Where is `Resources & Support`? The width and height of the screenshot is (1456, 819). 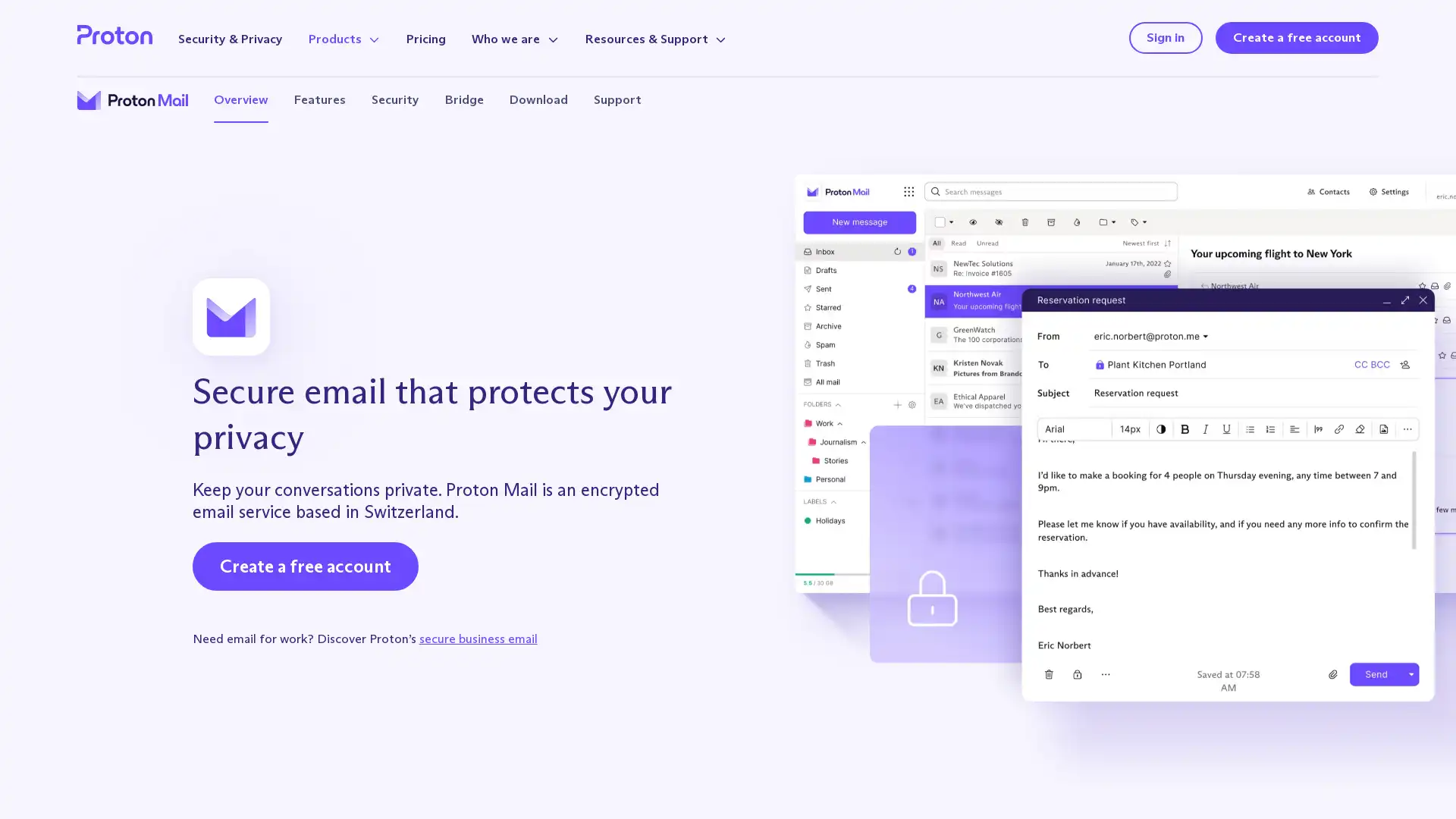
Resources & Support is located at coordinates (655, 38).